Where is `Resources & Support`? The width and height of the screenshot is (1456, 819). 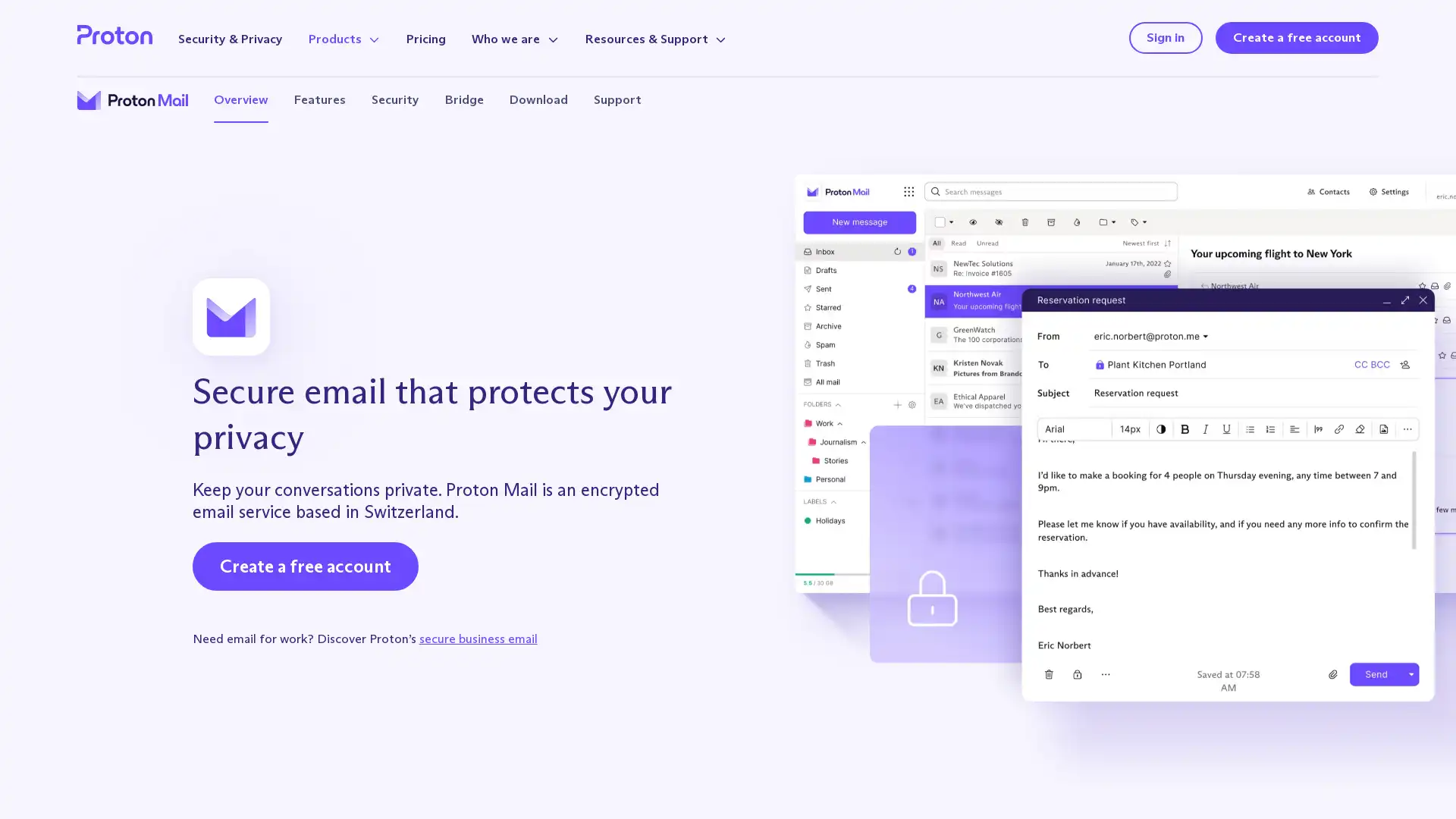
Resources & Support is located at coordinates (655, 38).